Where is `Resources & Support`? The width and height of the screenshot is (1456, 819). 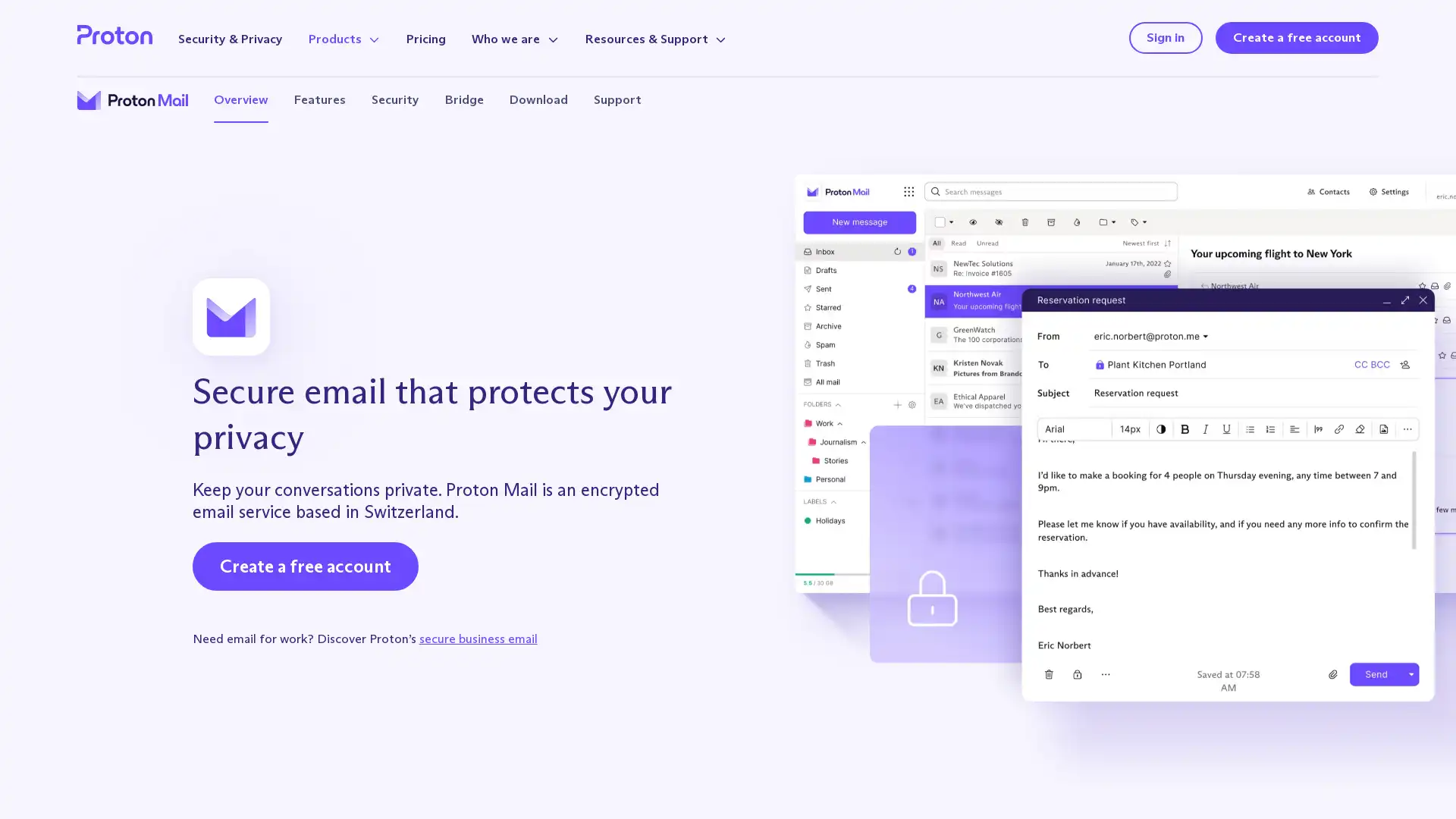
Resources & Support is located at coordinates (655, 38).